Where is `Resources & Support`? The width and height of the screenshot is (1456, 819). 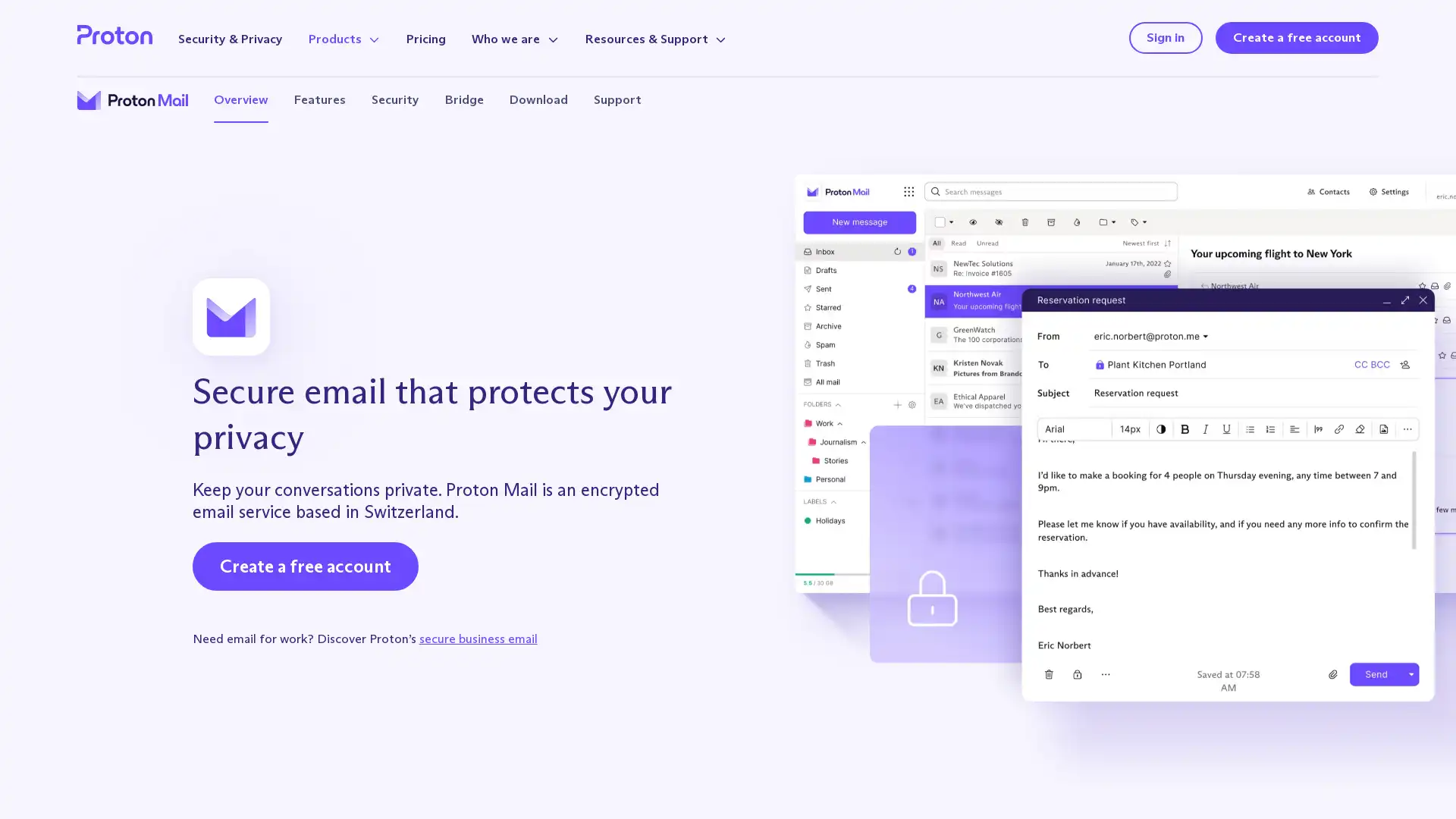
Resources & Support is located at coordinates (655, 38).